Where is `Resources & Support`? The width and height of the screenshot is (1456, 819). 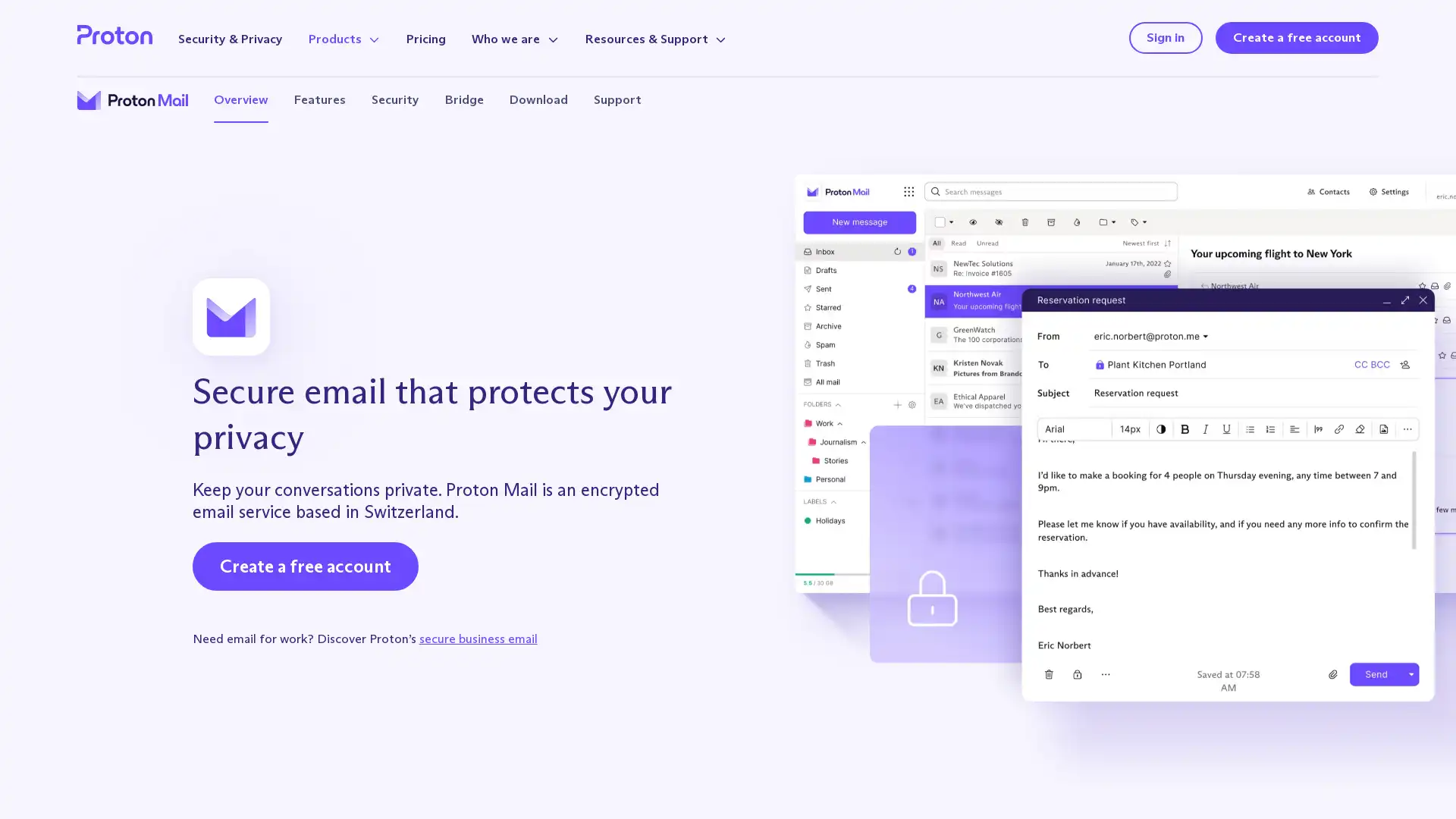
Resources & Support is located at coordinates (655, 38).